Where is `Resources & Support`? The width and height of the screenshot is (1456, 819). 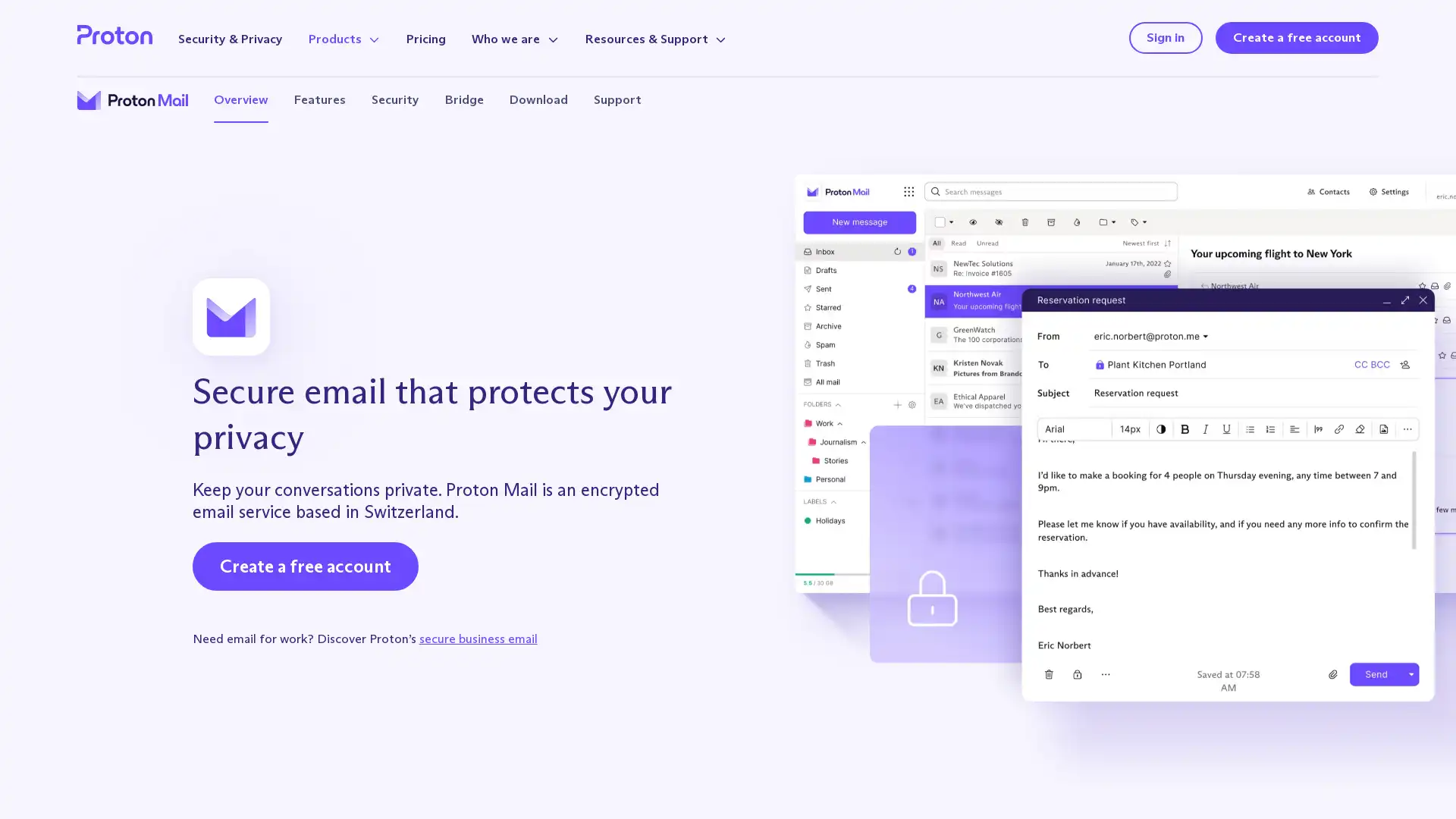
Resources & Support is located at coordinates (655, 38).